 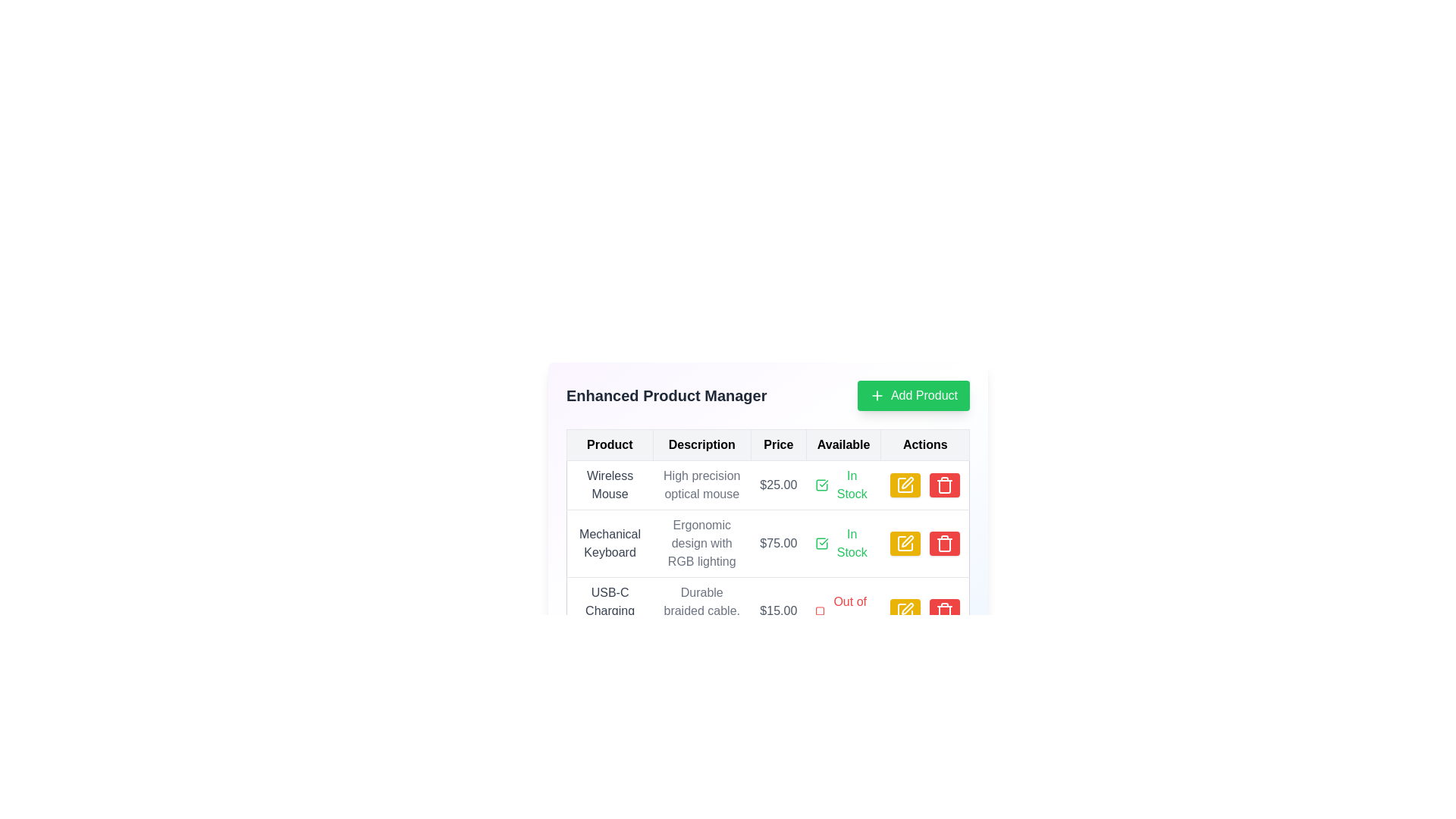 What do you see at coordinates (843, 543) in the screenshot?
I see `the Status indicator displaying 'In Stock' in green color with a checkmark icon, located in the 'Available' column of the second row of the product table` at bounding box center [843, 543].